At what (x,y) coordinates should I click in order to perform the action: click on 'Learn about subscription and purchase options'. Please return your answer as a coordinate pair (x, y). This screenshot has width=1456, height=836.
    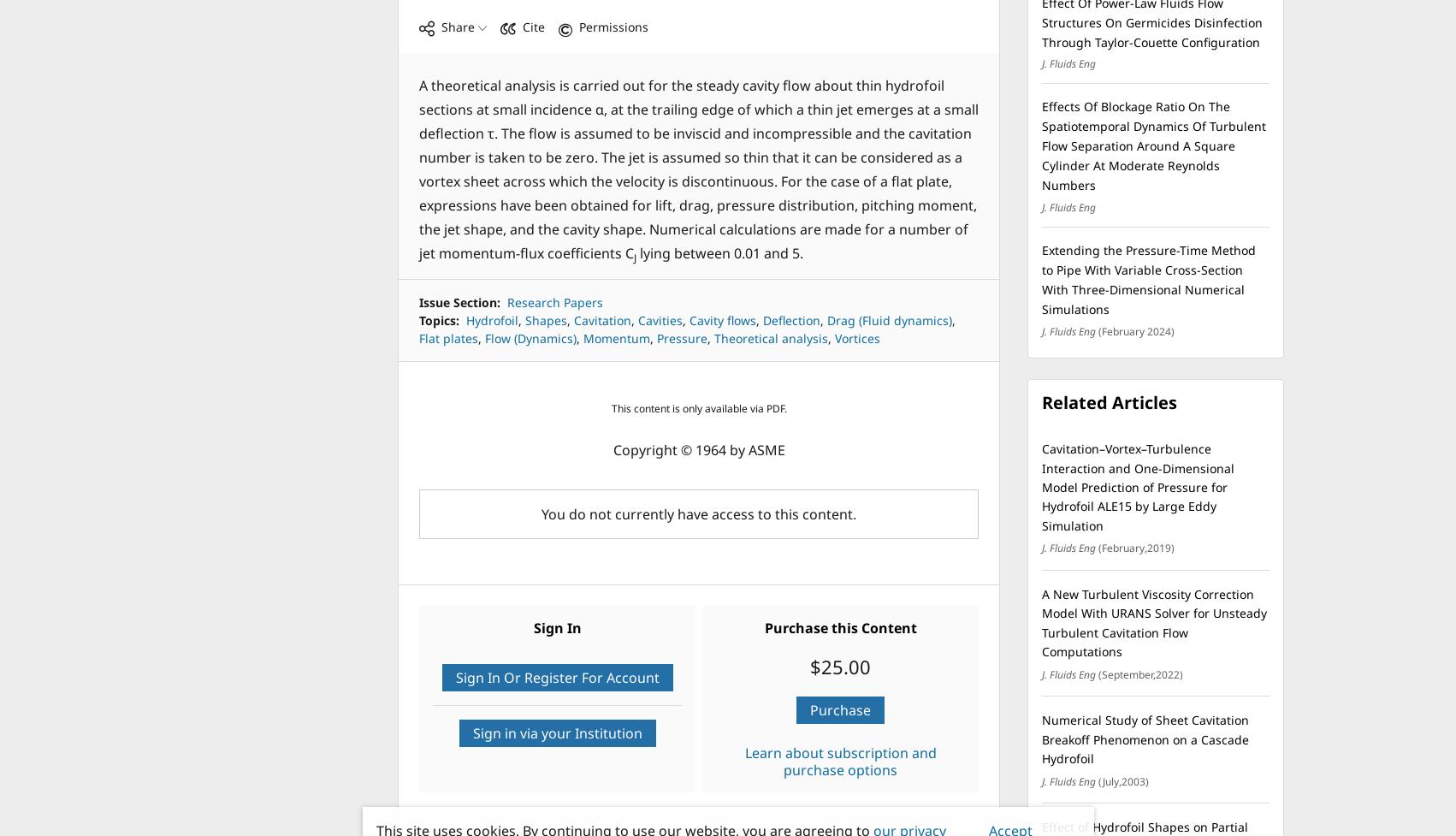
    Looking at the image, I should click on (840, 761).